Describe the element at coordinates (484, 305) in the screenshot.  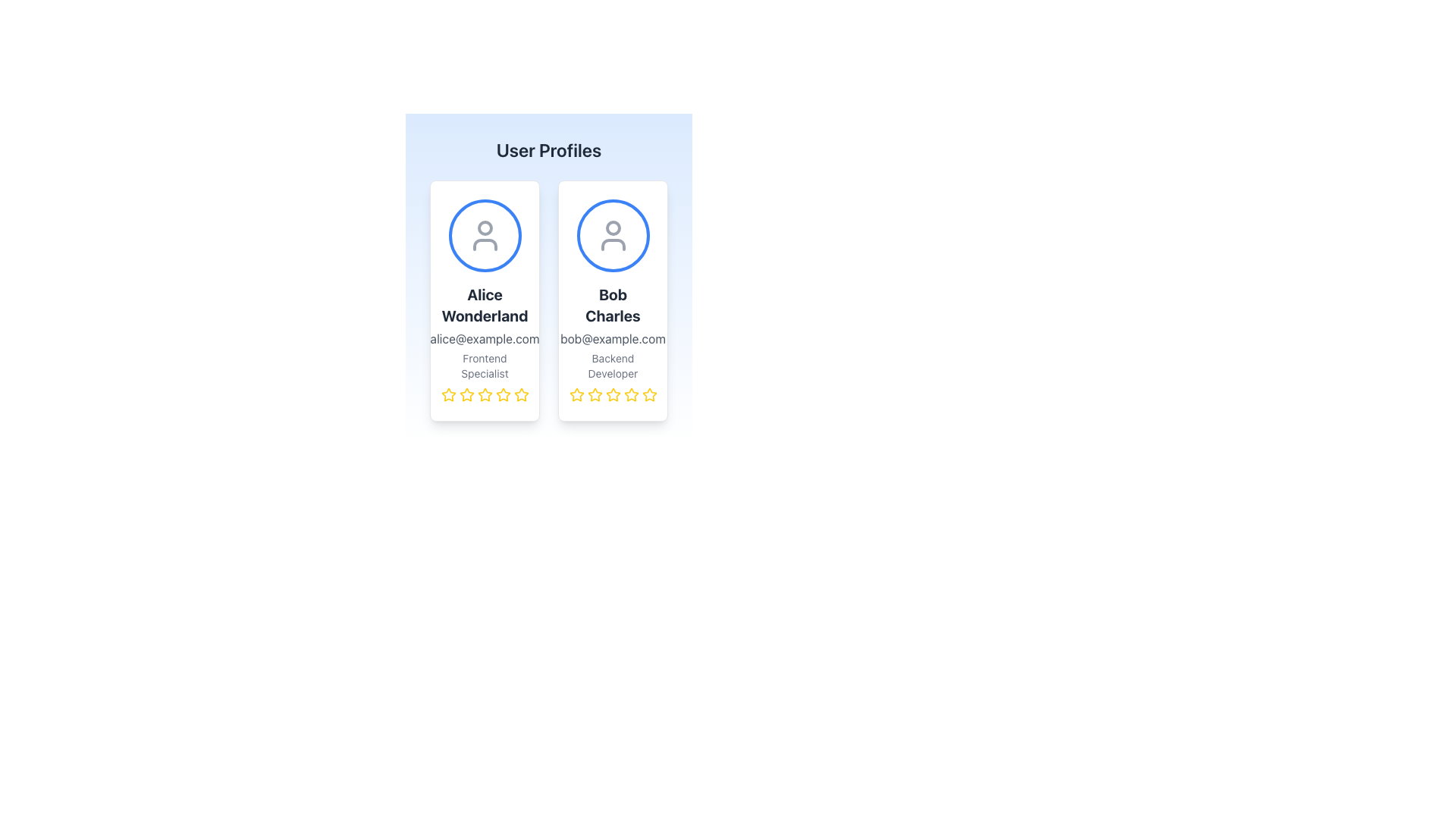
I see `the text element displaying 'Alice Wonderland' which is styled in bold, large dark gray font and centered within a white card with rounded corners` at that location.